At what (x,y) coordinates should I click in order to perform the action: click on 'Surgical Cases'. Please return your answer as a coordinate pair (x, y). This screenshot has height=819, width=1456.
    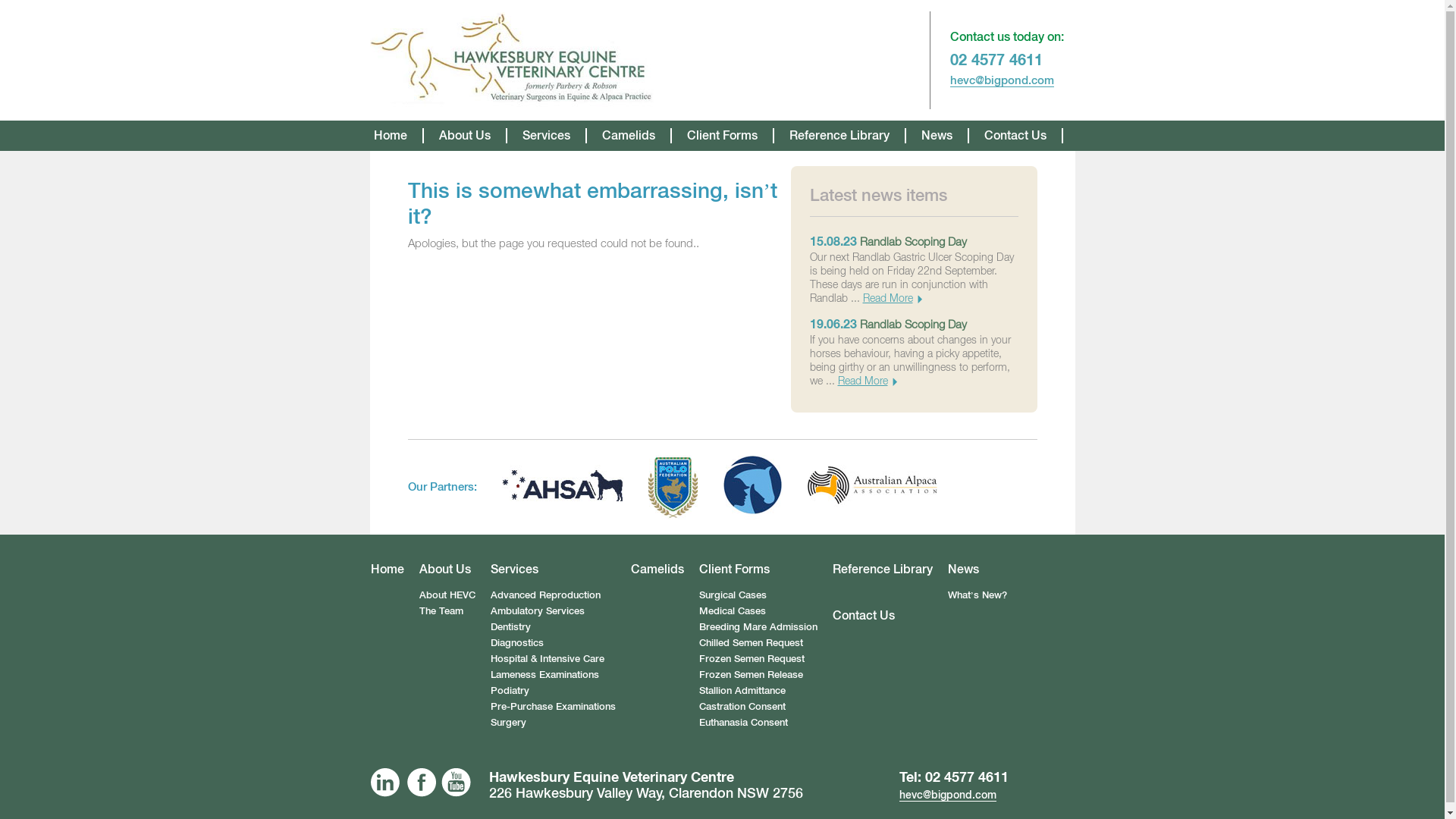
    Looking at the image, I should click on (732, 594).